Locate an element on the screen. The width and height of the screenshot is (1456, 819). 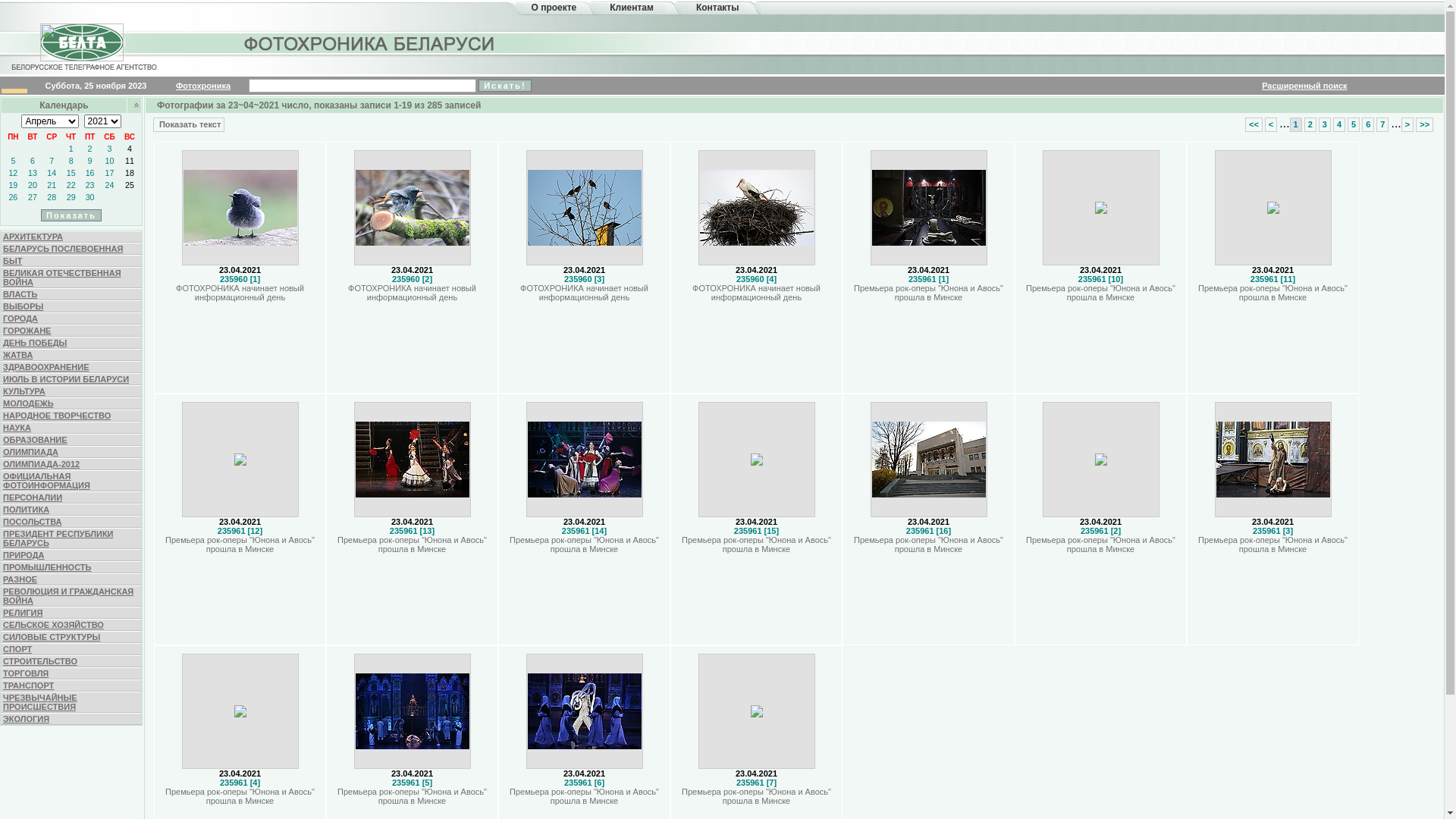
'7' is located at coordinates (49, 161).